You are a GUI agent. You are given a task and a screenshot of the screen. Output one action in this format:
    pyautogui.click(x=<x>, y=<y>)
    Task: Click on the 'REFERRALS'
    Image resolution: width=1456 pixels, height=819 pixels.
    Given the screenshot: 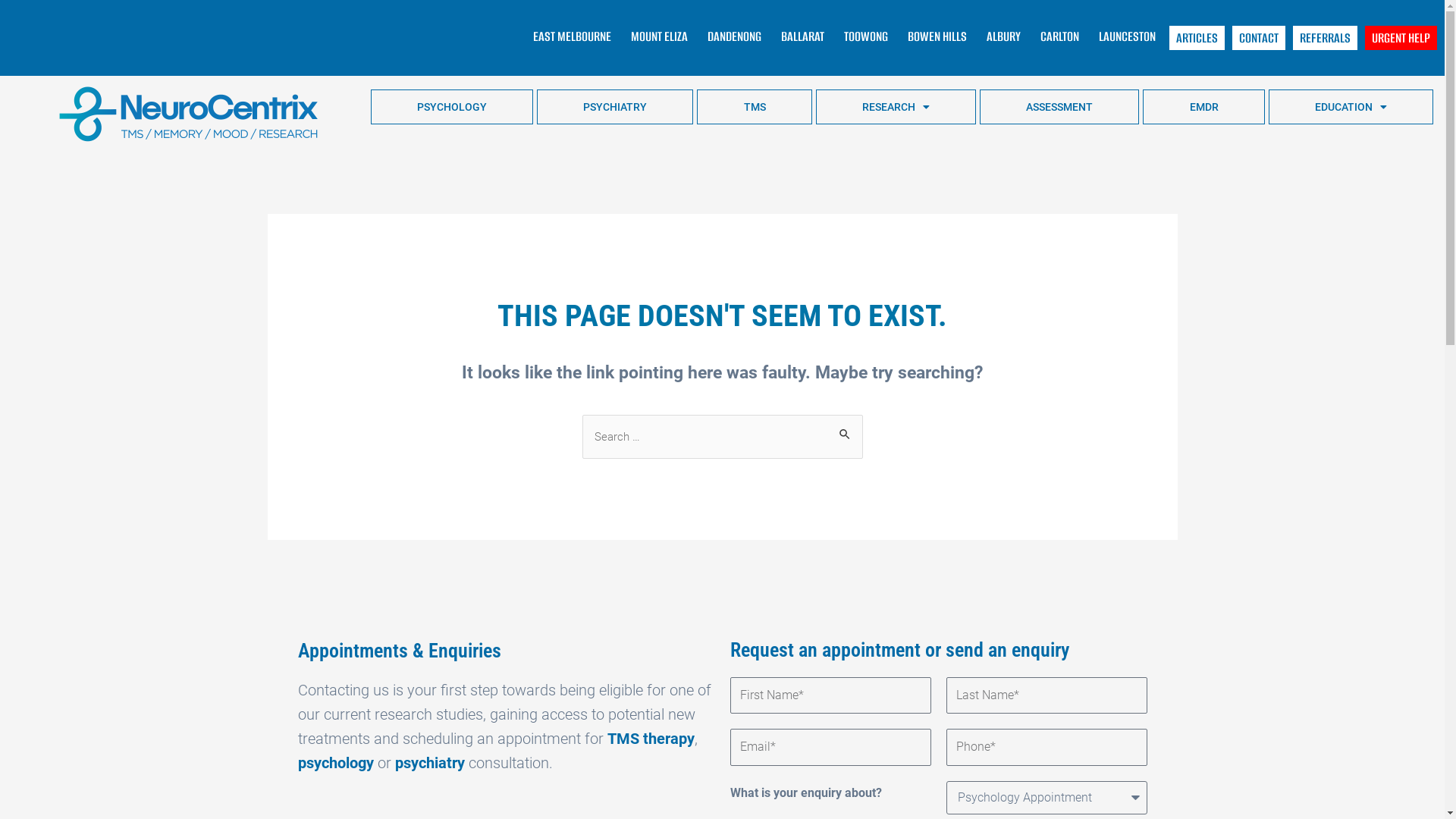 What is the action you would take?
    pyautogui.click(x=1324, y=37)
    